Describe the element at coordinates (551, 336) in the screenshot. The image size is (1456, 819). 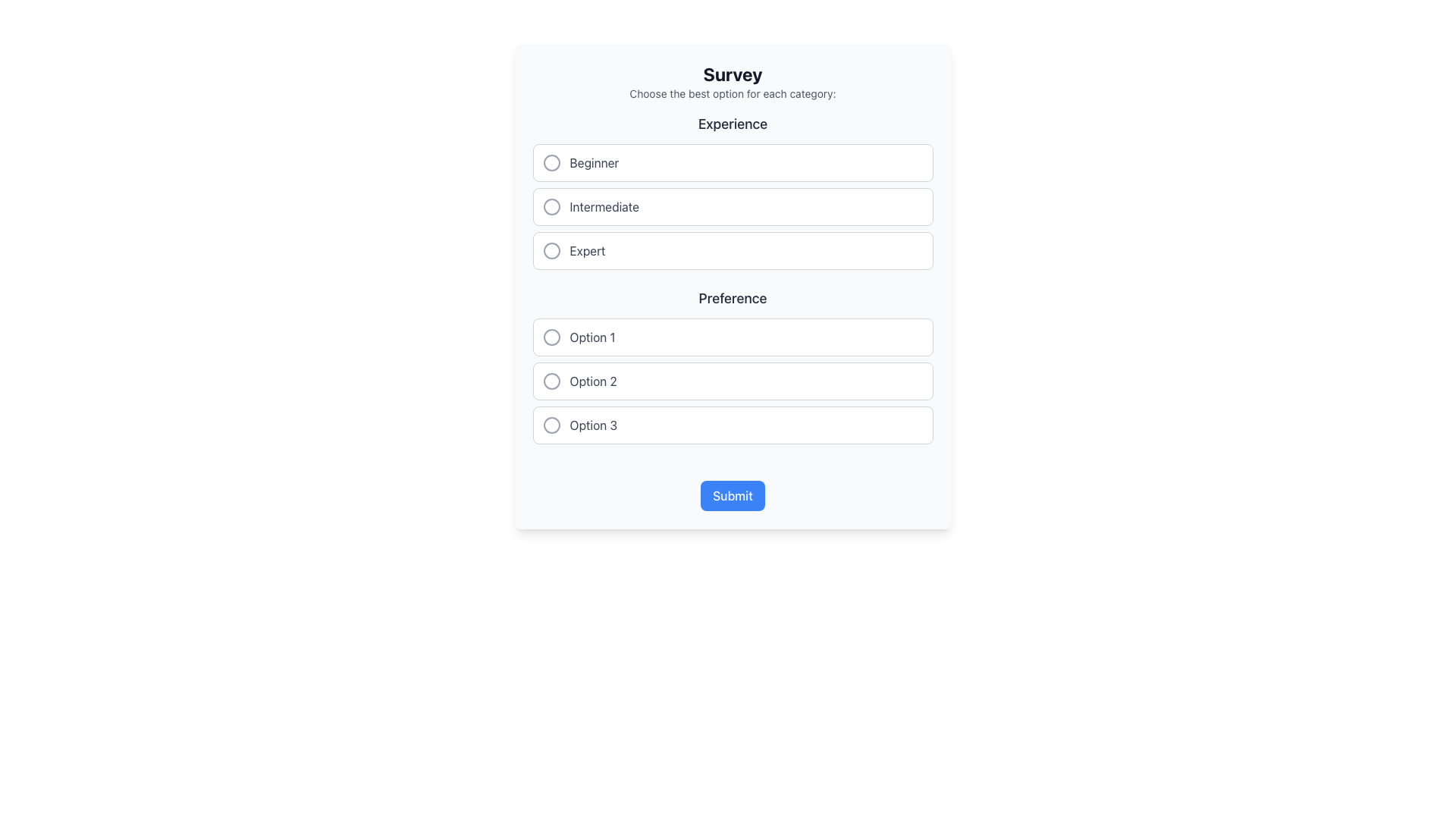
I see `the circular radio button icon located in the 'Preference' section of the survey interface, adjacent to 'Option 1' for highlighting` at that location.